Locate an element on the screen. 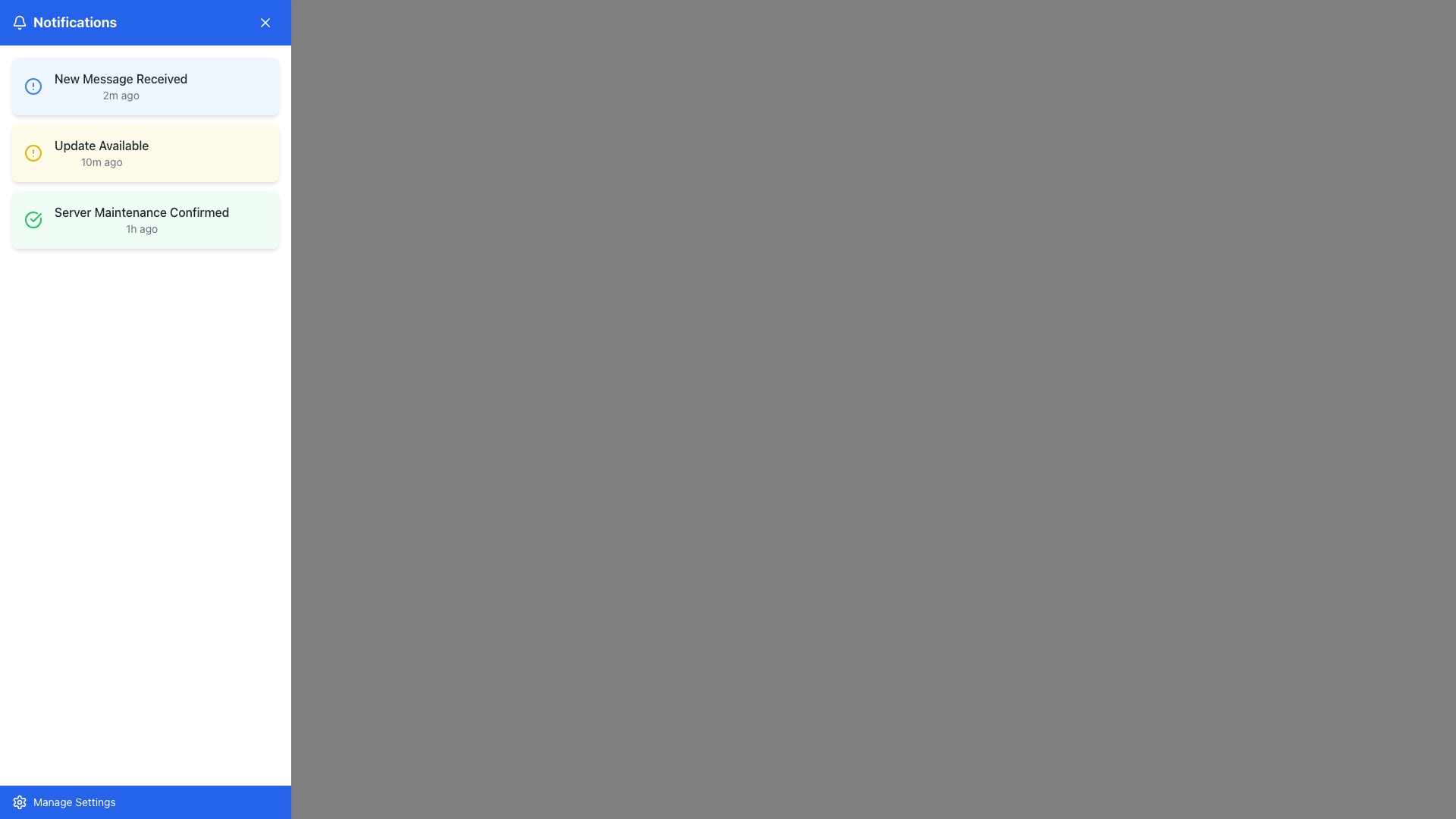 Image resolution: width=1456 pixels, height=819 pixels. the bell icon that represents notifications, located to the left of the 'Notifications' text in the sidebar header is located at coordinates (19, 23).